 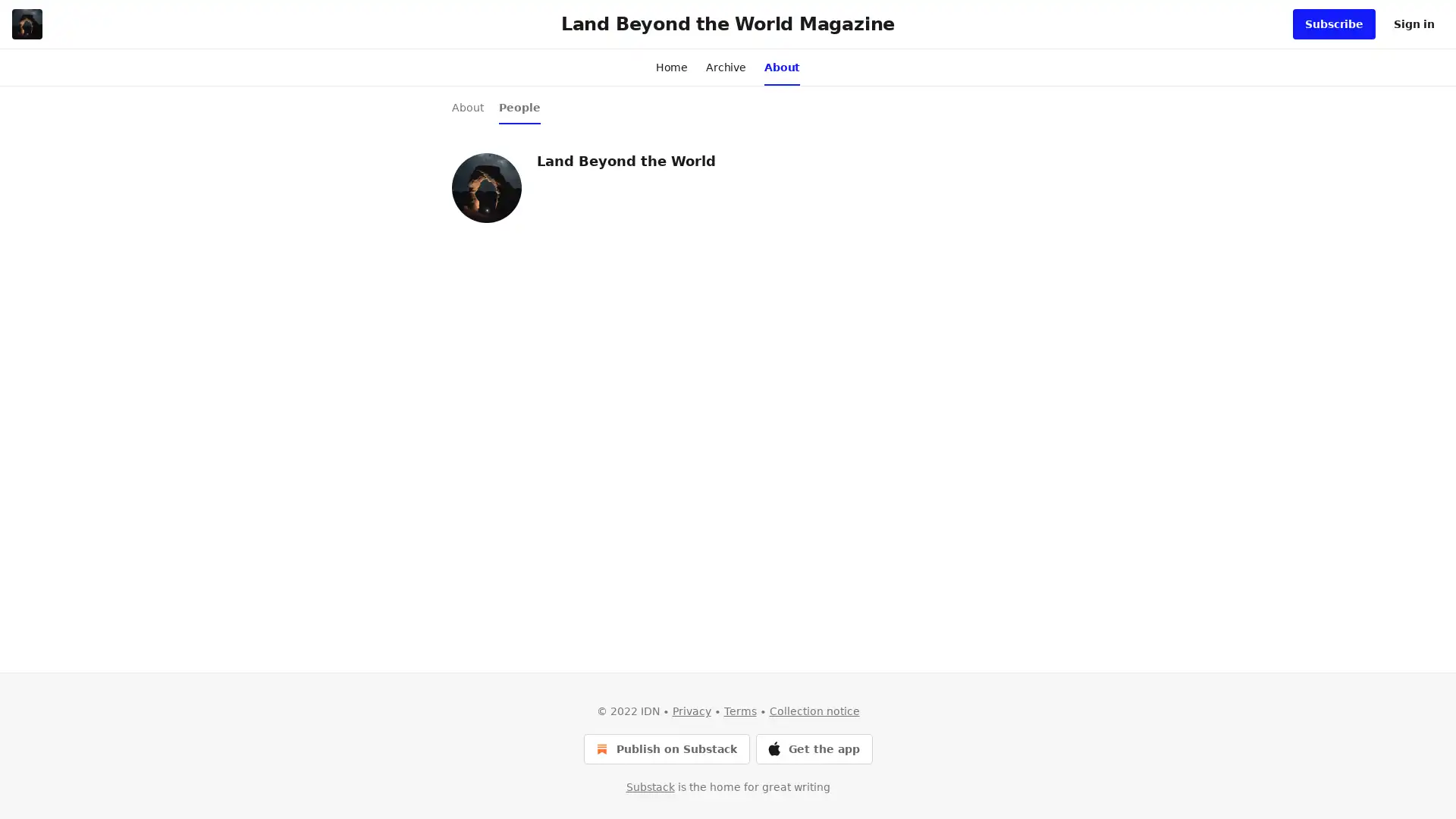 I want to click on Archive, so click(x=725, y=66).